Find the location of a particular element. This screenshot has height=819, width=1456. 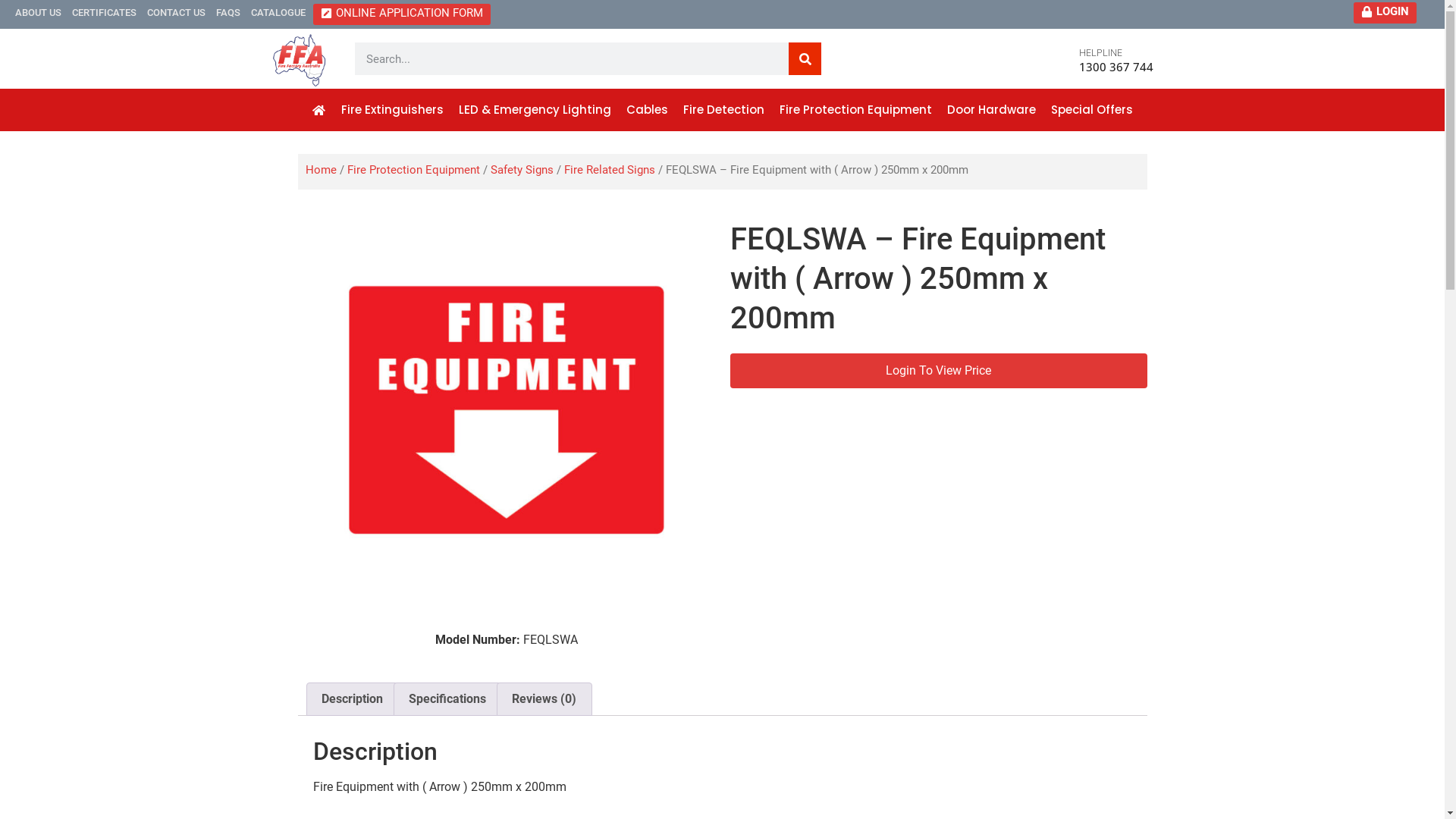

'ABOUT US' is located at coordinates (38, 11).